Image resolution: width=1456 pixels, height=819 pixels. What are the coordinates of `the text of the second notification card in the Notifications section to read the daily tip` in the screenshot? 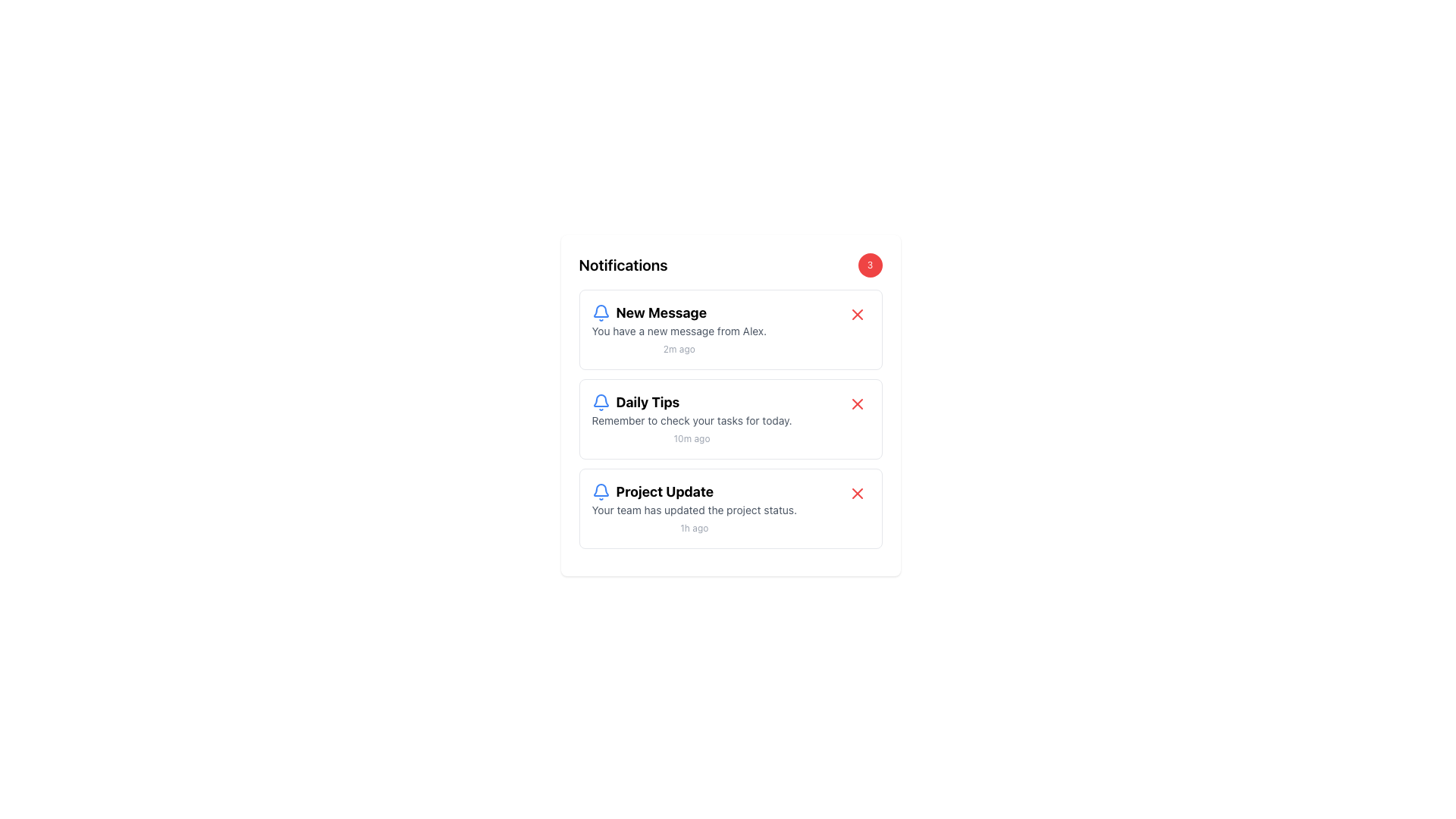 It's located at (730, 419).